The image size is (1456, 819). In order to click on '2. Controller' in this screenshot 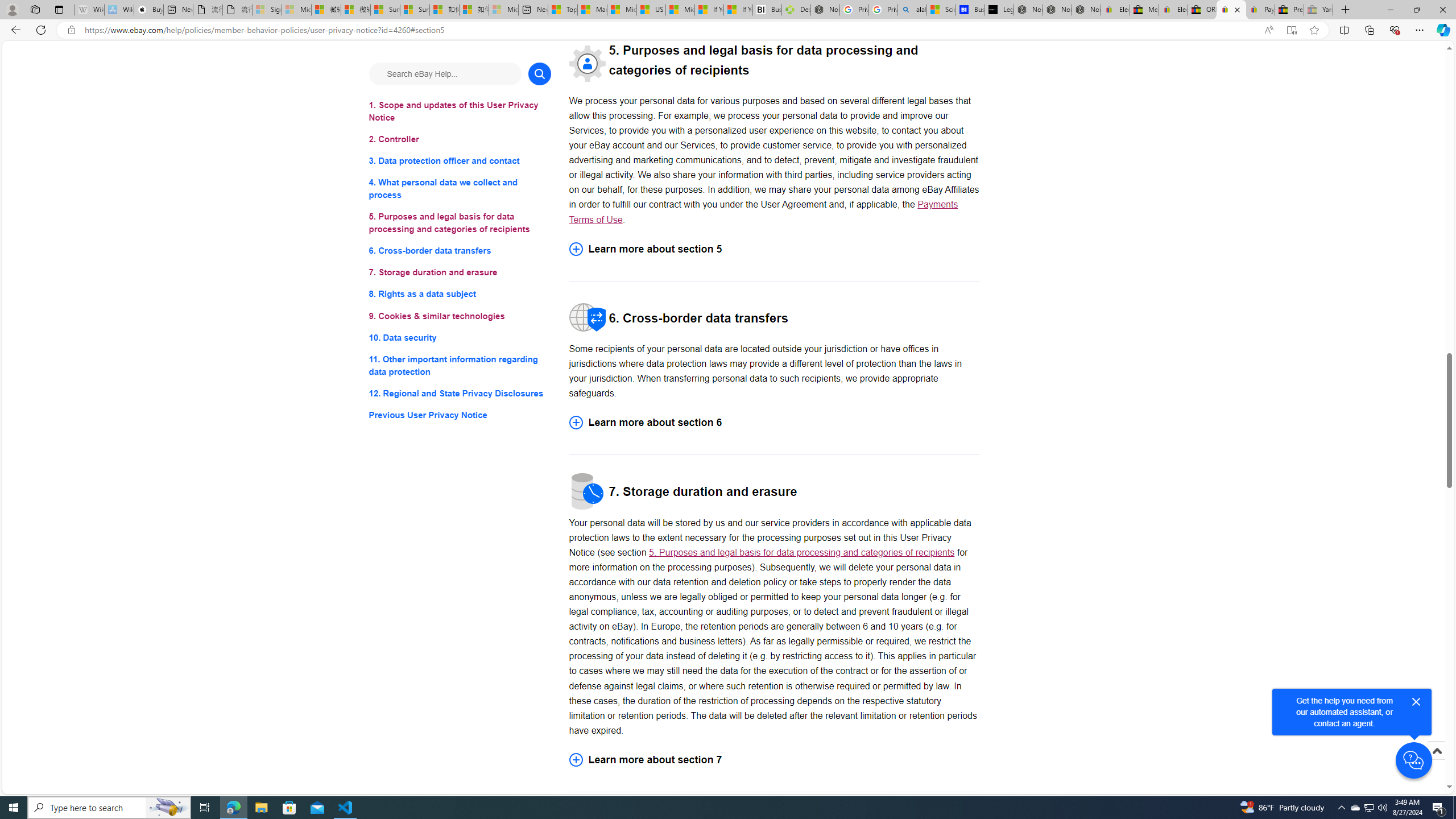, I will do `click(459, 139)`.